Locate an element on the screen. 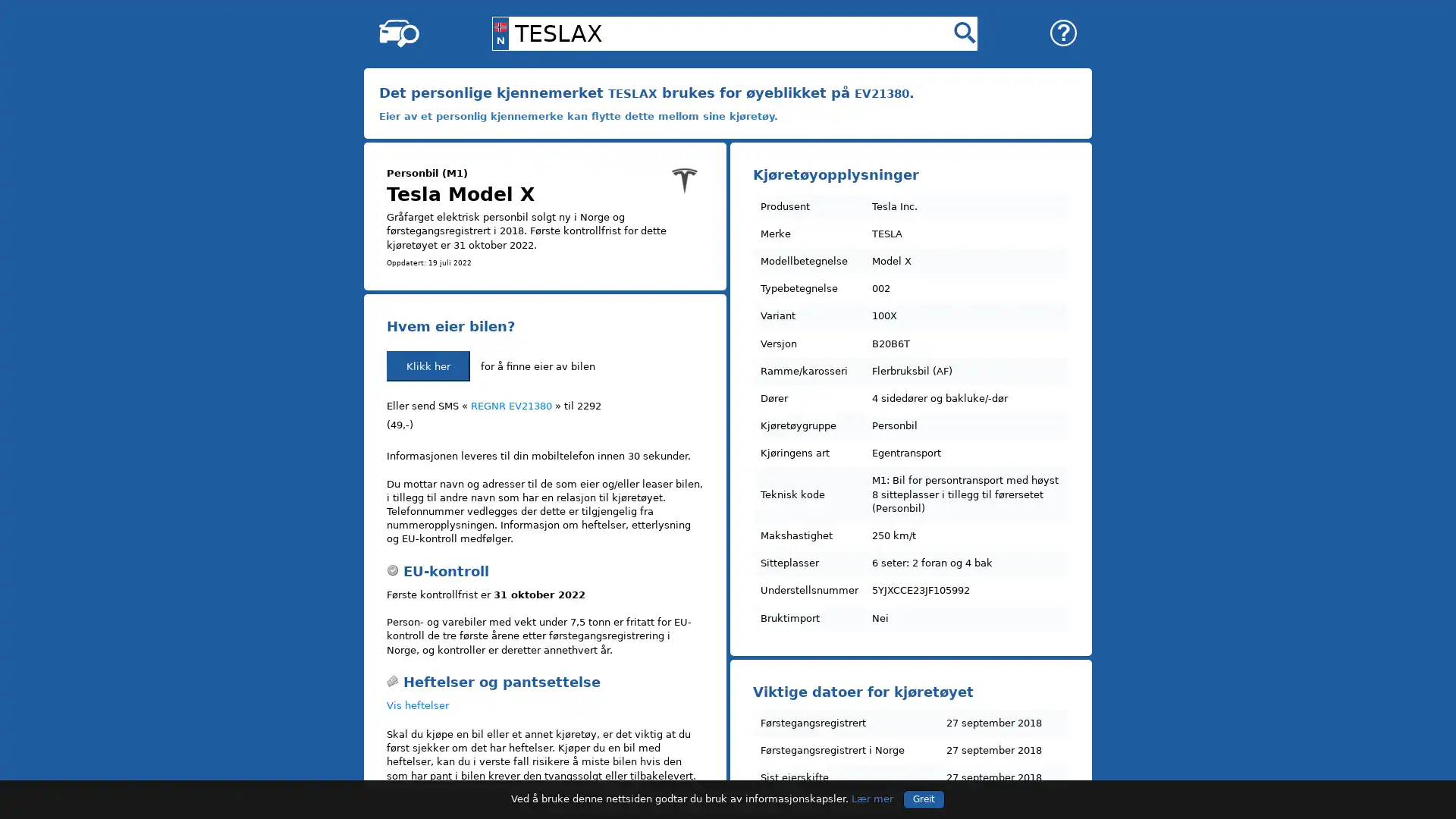  Klikk her is located at coordinates (428, 366).